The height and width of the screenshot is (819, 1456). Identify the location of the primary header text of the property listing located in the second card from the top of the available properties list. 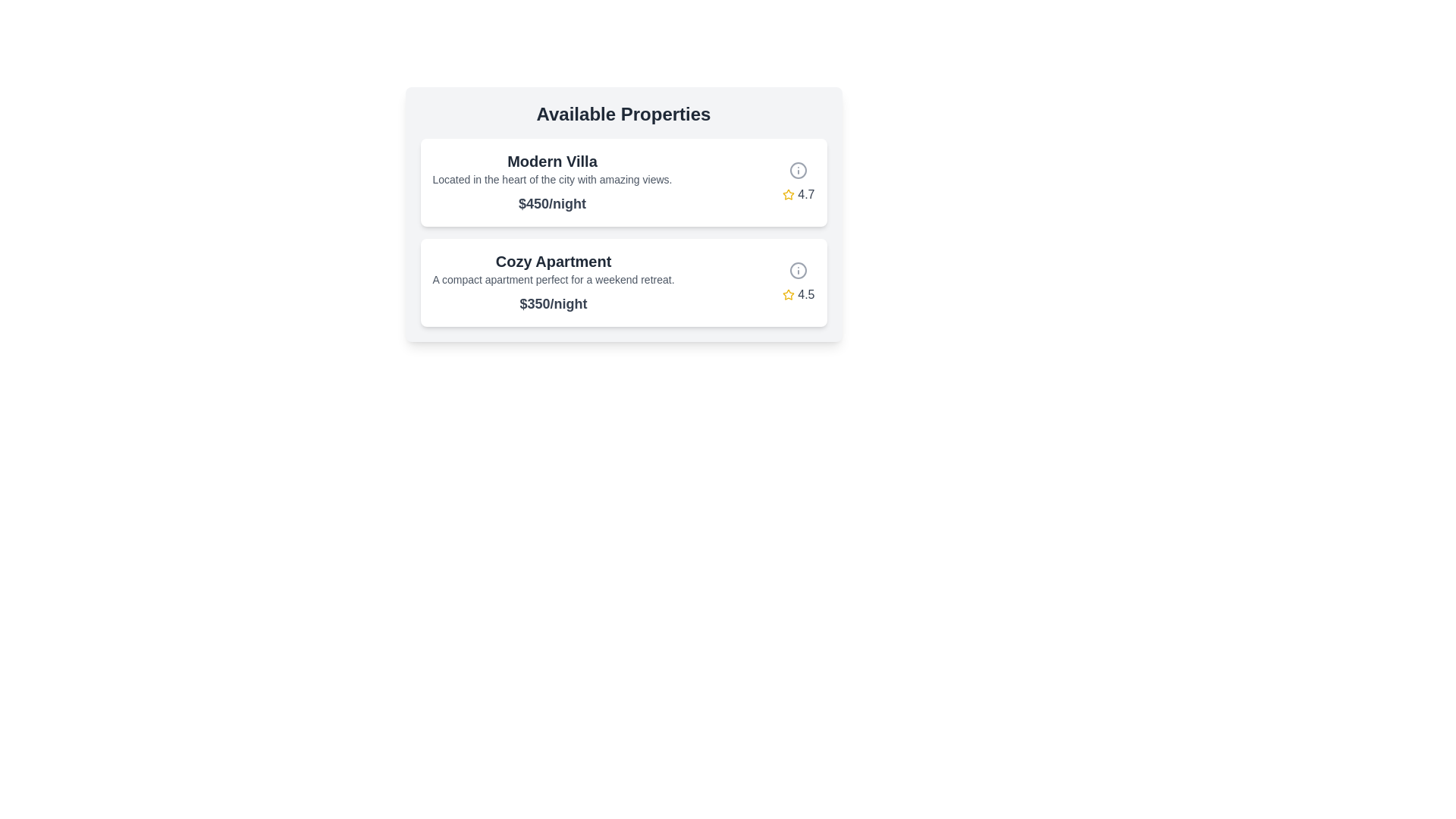
(552, 260).